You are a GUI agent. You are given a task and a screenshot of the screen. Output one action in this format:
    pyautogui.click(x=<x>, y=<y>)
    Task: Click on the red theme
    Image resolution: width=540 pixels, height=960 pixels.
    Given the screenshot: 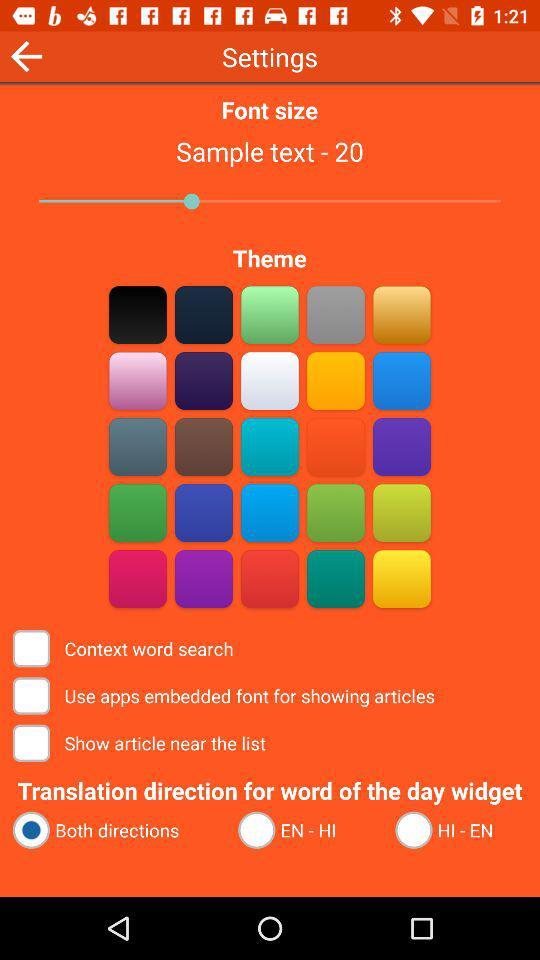 What is the action you would take?
    pyautogui.click(x=137, y=578)
    